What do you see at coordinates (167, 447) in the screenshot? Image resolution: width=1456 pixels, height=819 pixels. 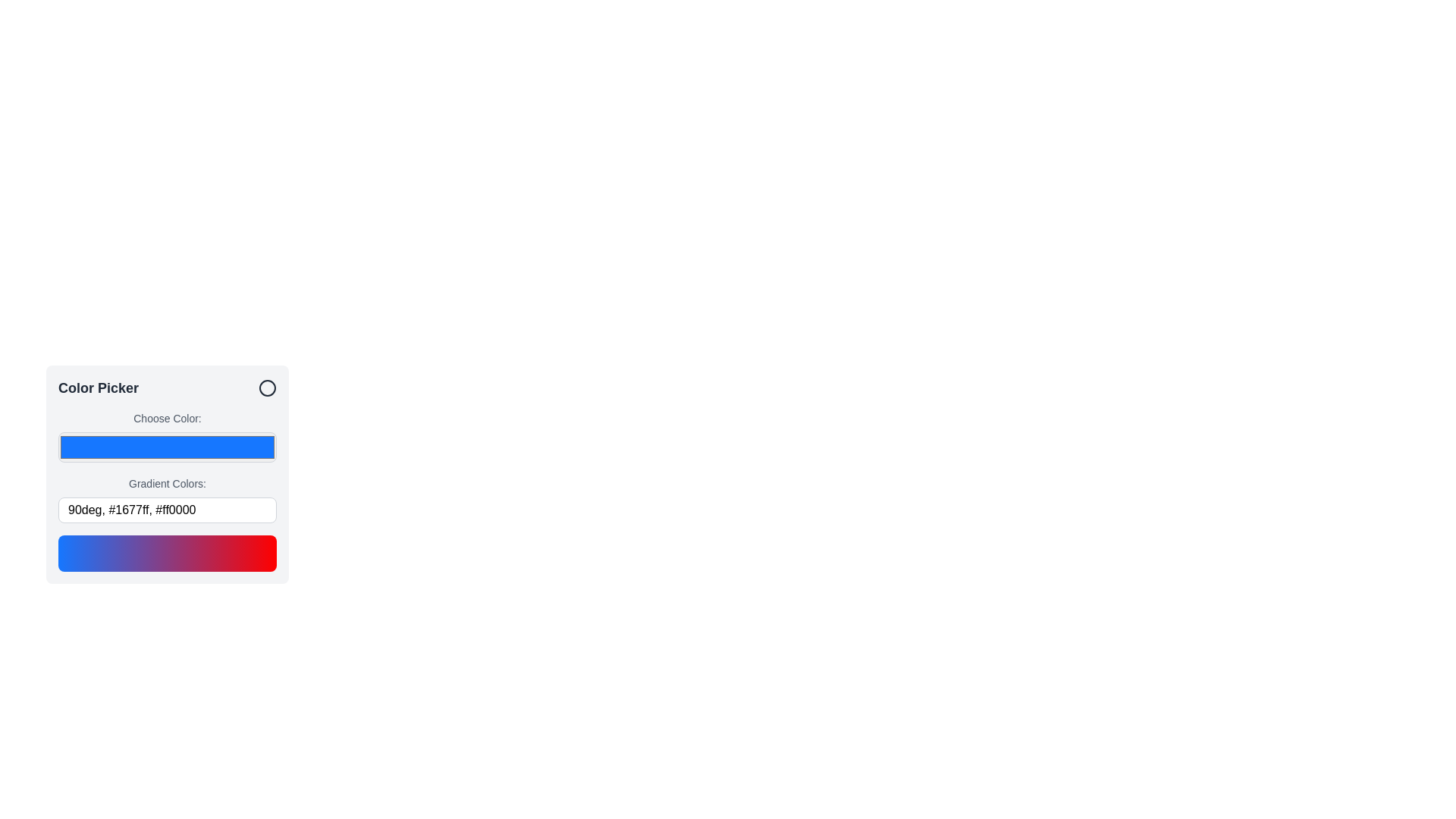 I see `a color from the palette into the interactive Color Picker Input located below the 'Choose Color:' label` at bounding box center [167, 447].